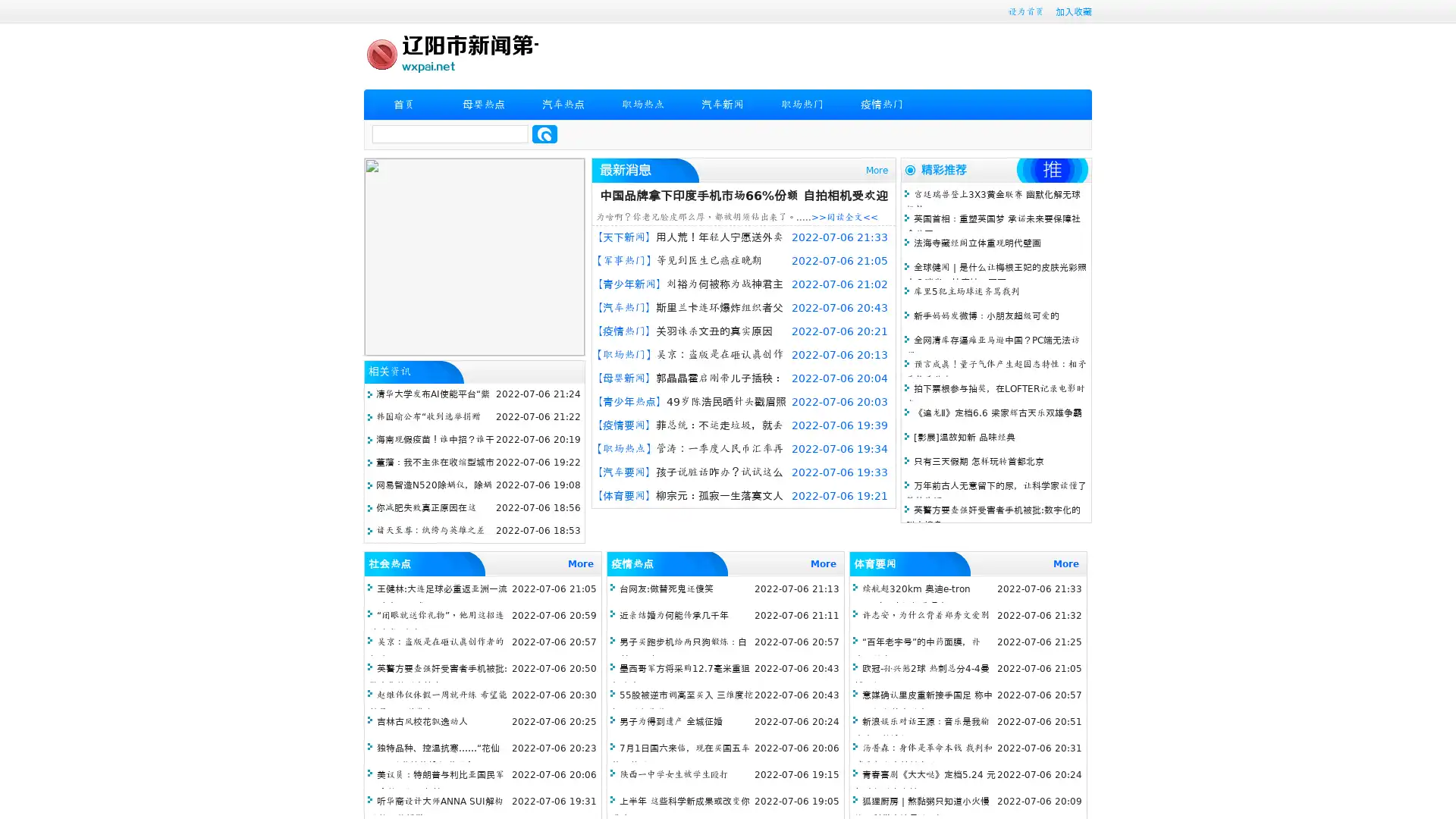 The width and height of the screenshot is (1456, 819). What do you see at coordinates (544, 133) in the screenshot?
I see `Search` at bounding box center [544, 133].